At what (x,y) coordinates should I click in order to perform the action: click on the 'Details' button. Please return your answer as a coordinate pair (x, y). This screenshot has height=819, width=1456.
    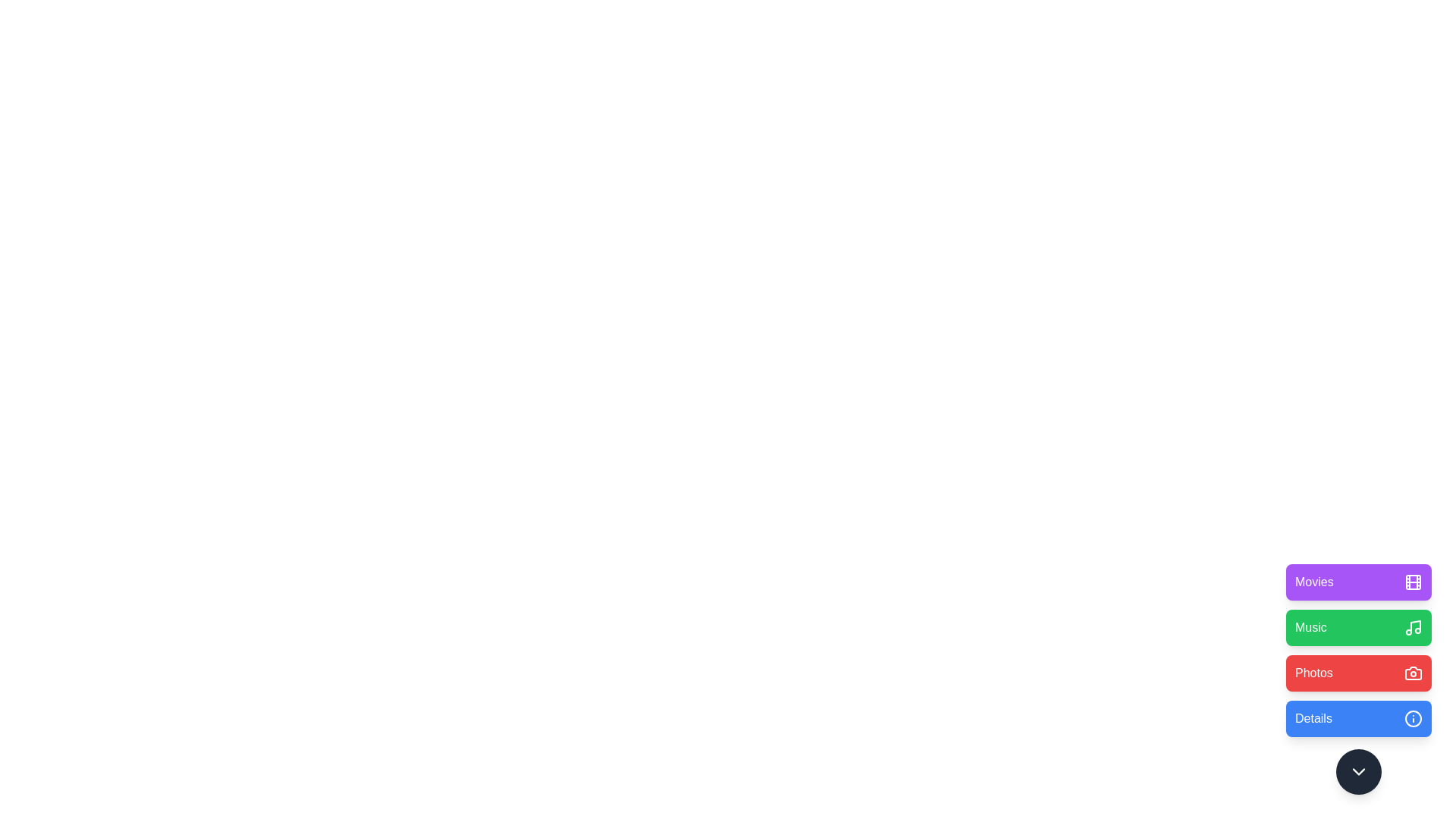
    Looking at the image, I should click on (1358, 718).